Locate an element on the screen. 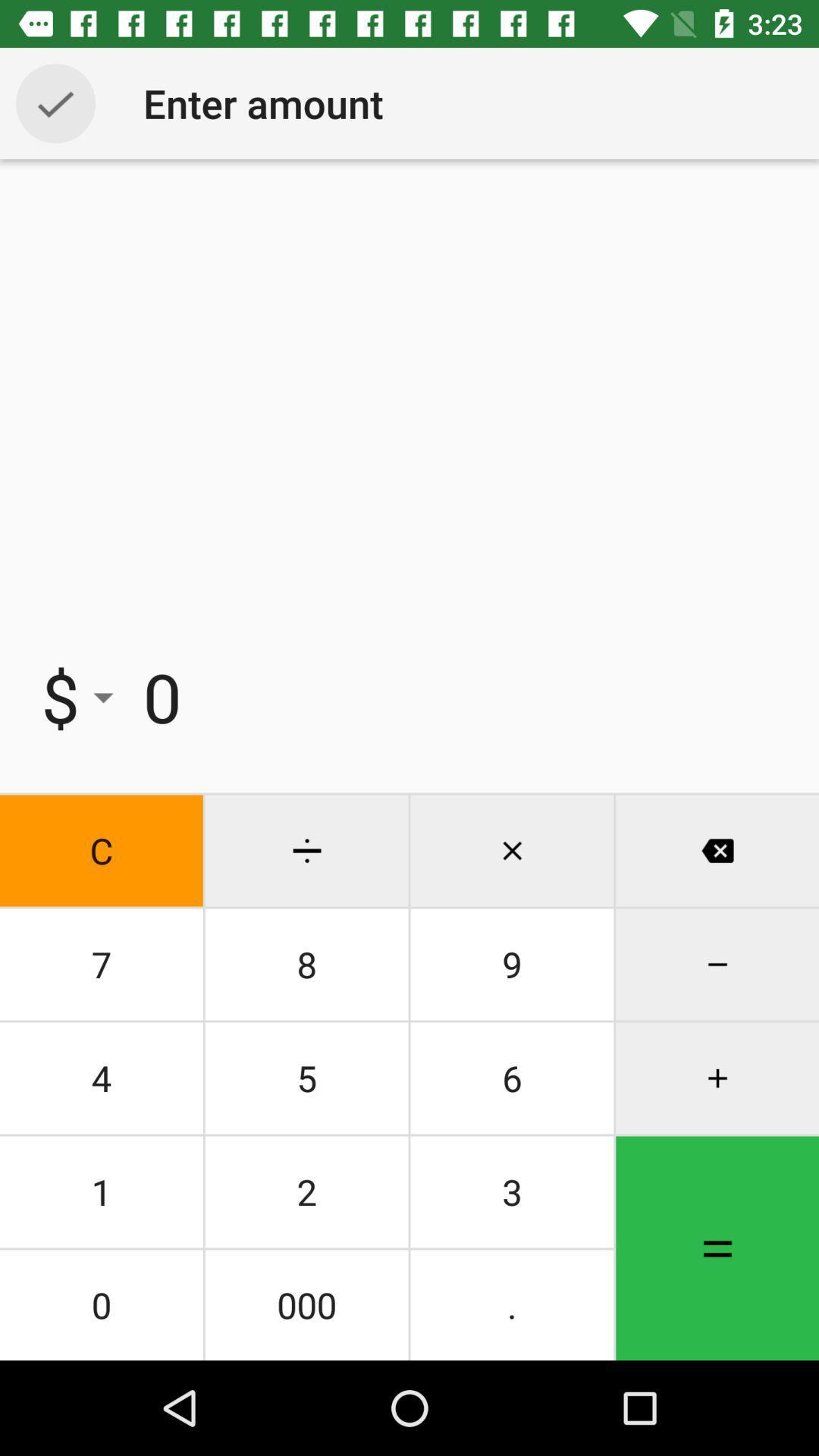 The width and height of the screenshot is (819, 1456). icon above the 0 is located at coordinates (306, 1191).